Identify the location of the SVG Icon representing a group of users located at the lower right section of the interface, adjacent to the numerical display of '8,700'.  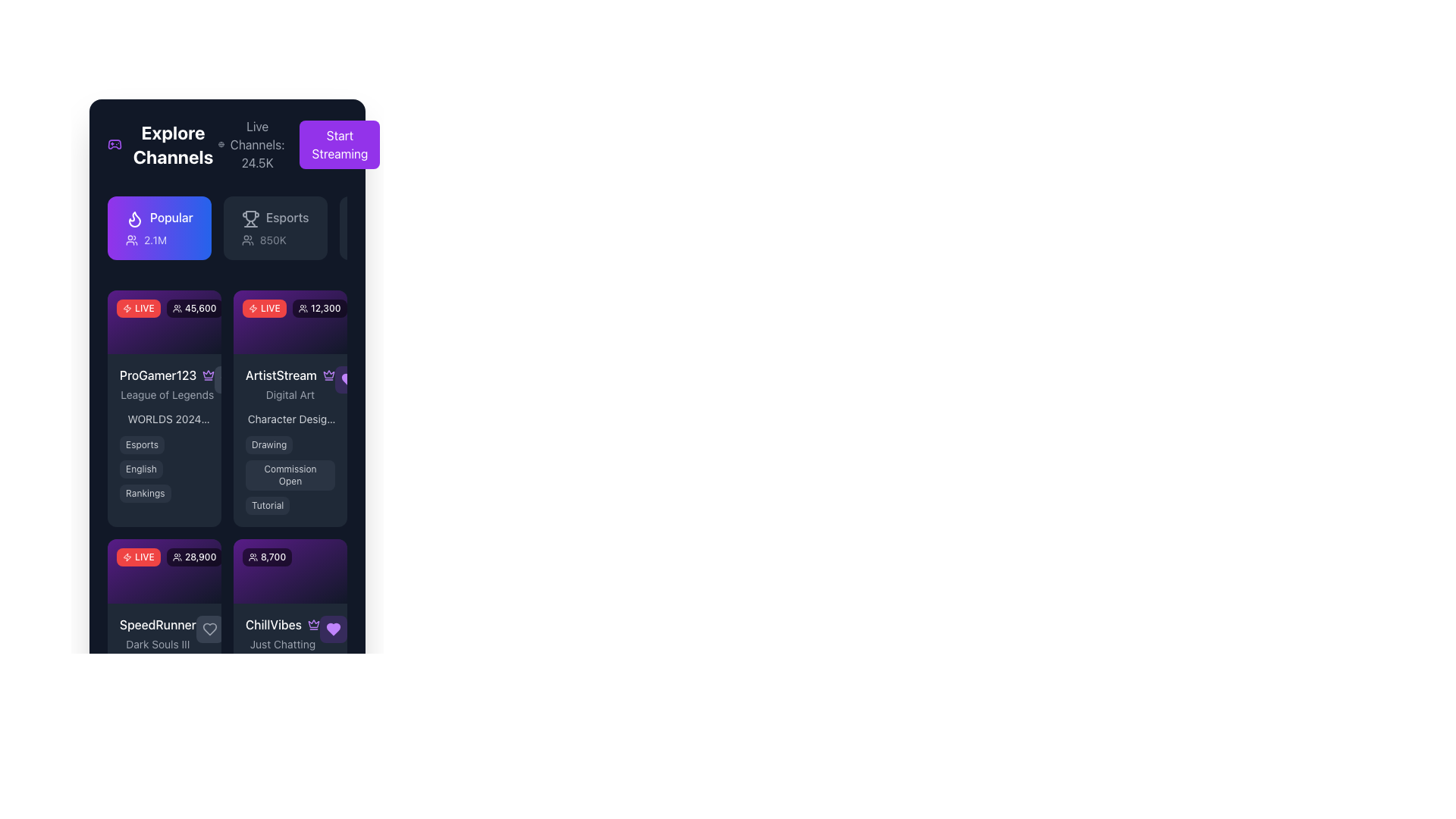
(253, 557).